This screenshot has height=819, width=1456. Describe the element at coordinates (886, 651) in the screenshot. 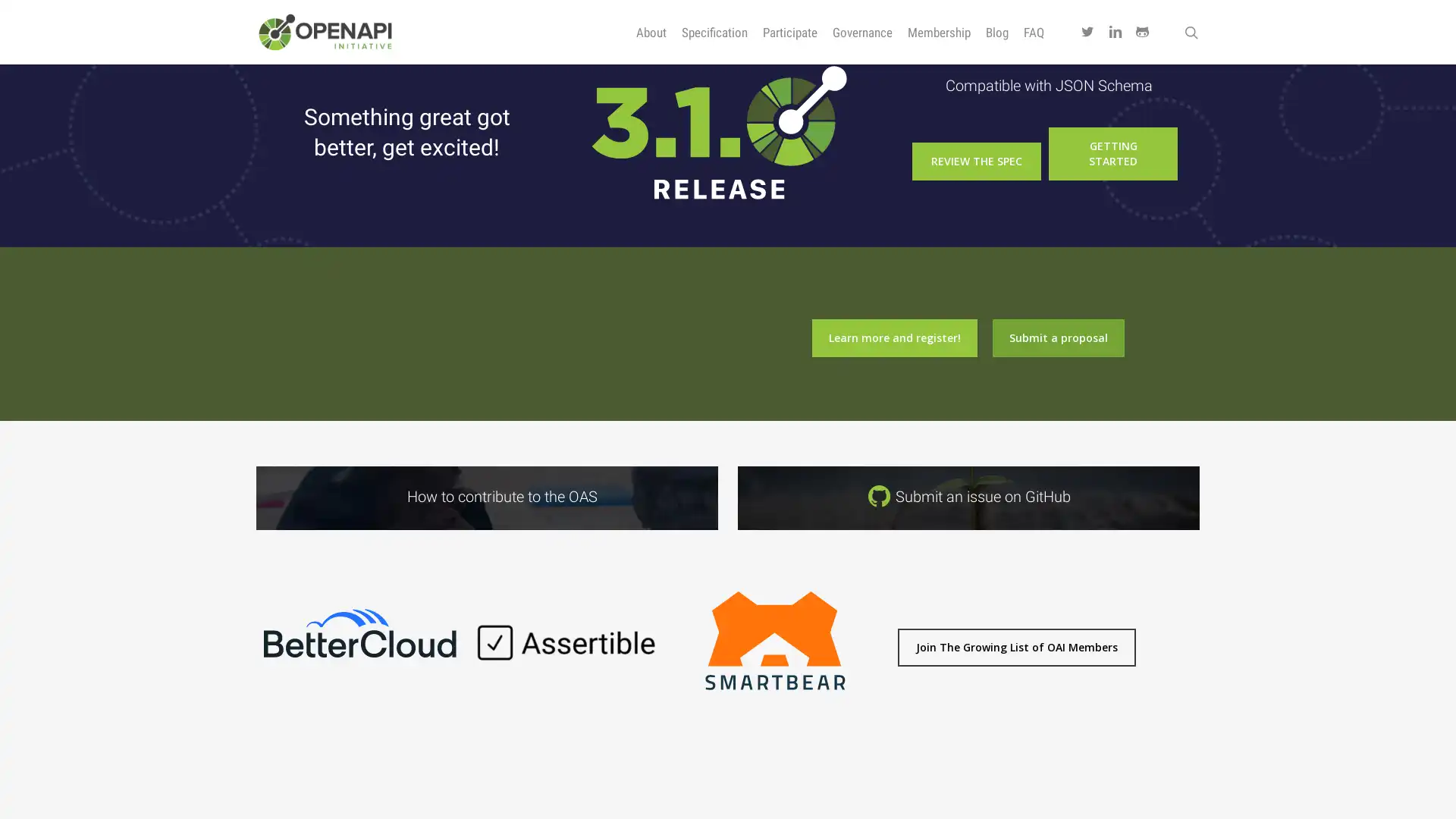

I see `Next` at that location.